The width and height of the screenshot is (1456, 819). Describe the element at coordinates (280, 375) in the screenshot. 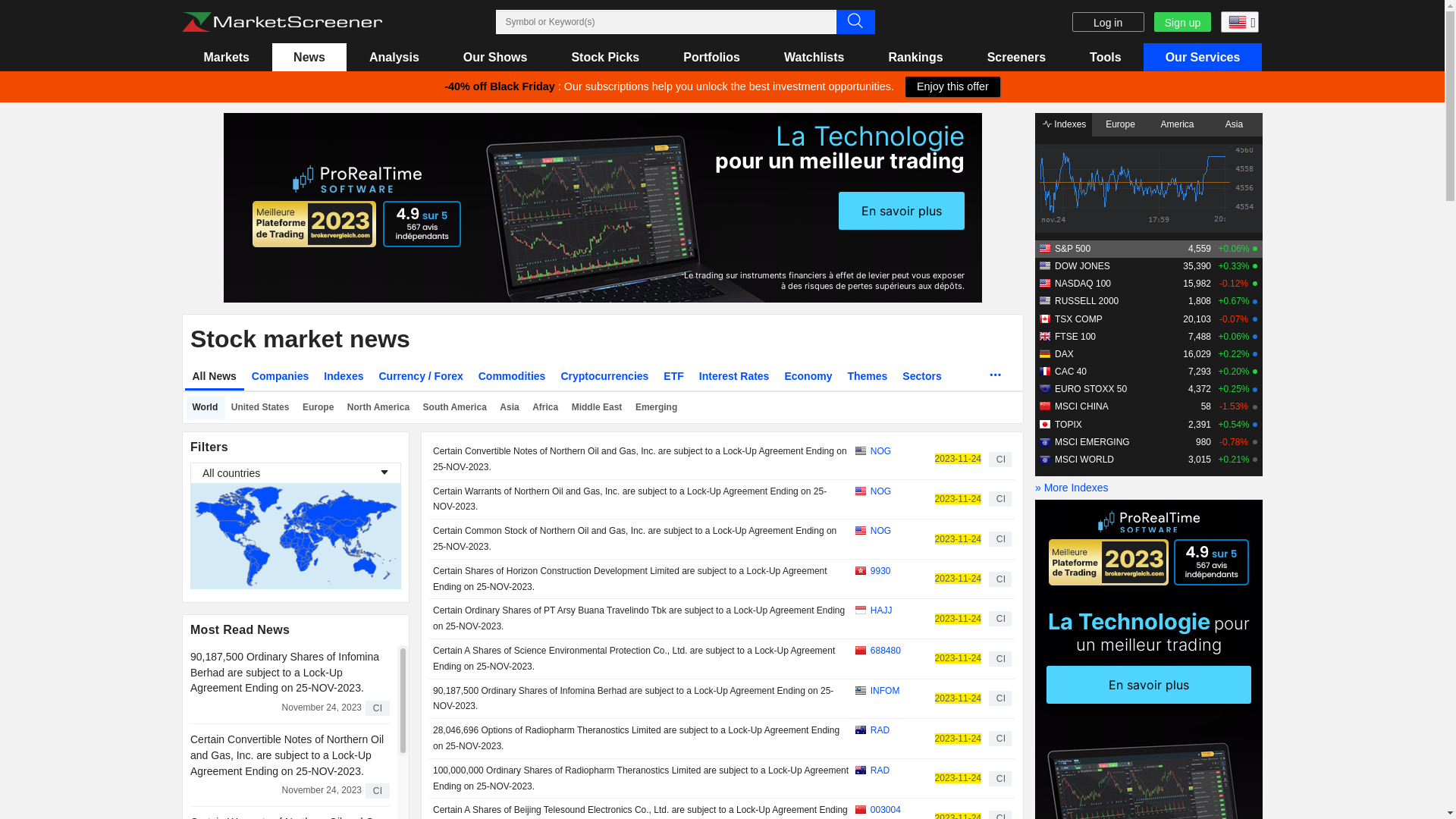

I see `'Companies'` at that location.